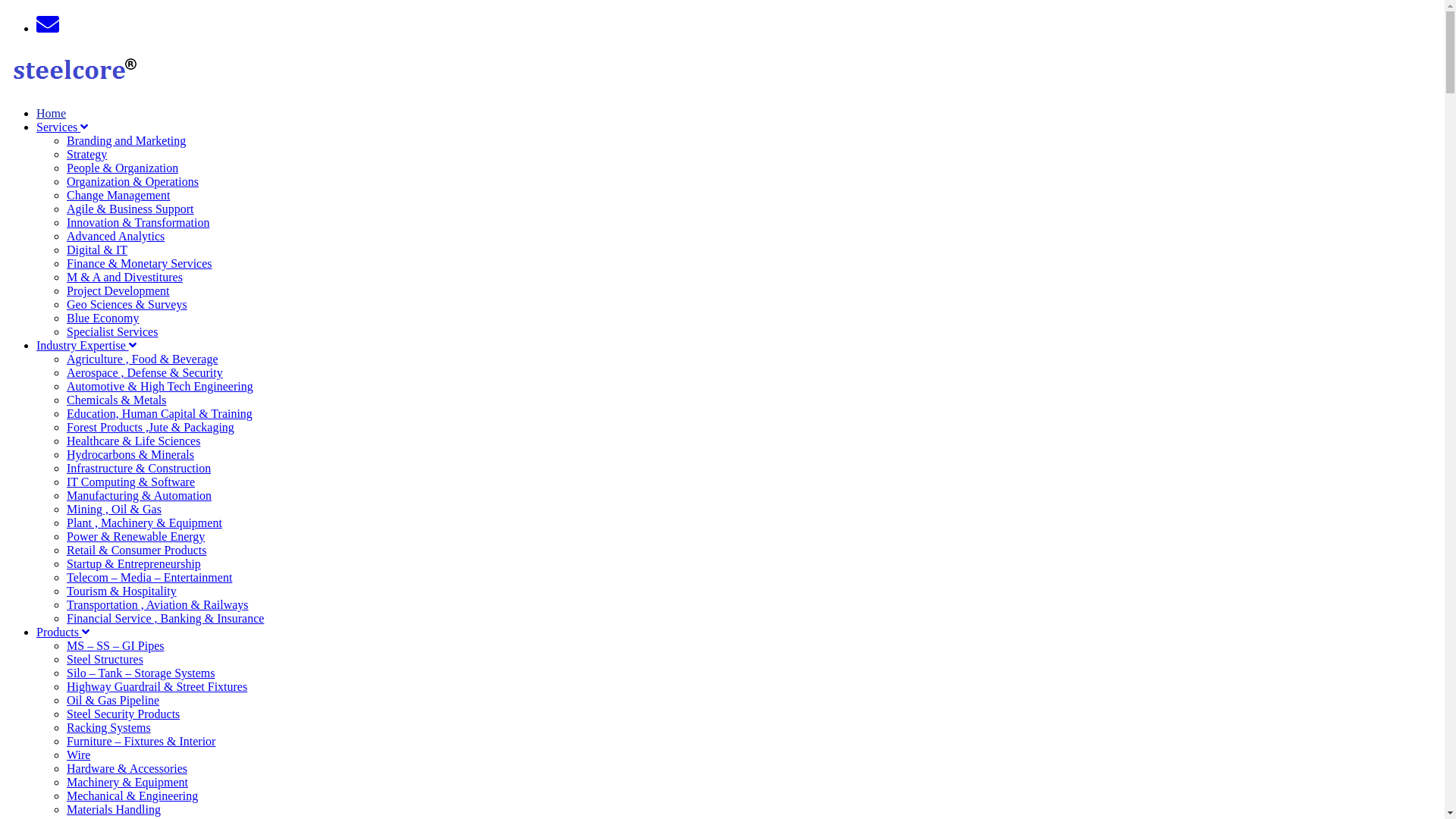 The height and width of the screenshot is (819, 1456). I want to click on 'Plant , Machinery & Equipment', so click(65, 522).